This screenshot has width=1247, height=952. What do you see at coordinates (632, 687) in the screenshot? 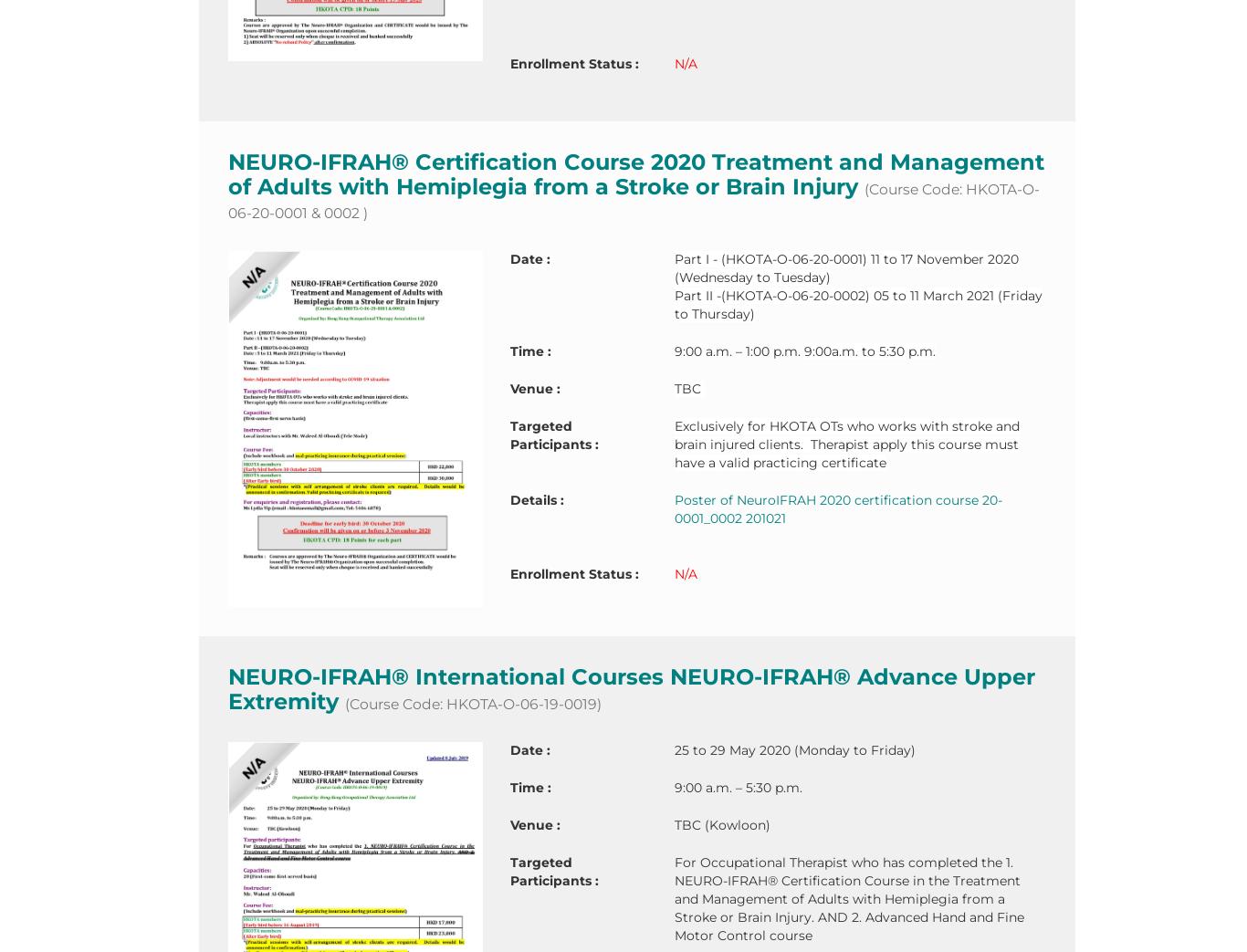
I see `'NEURO-IFRAH® International Courses NEURO-IFRAH® Advance Upper Extremity'` at bounding box center [632, 687].